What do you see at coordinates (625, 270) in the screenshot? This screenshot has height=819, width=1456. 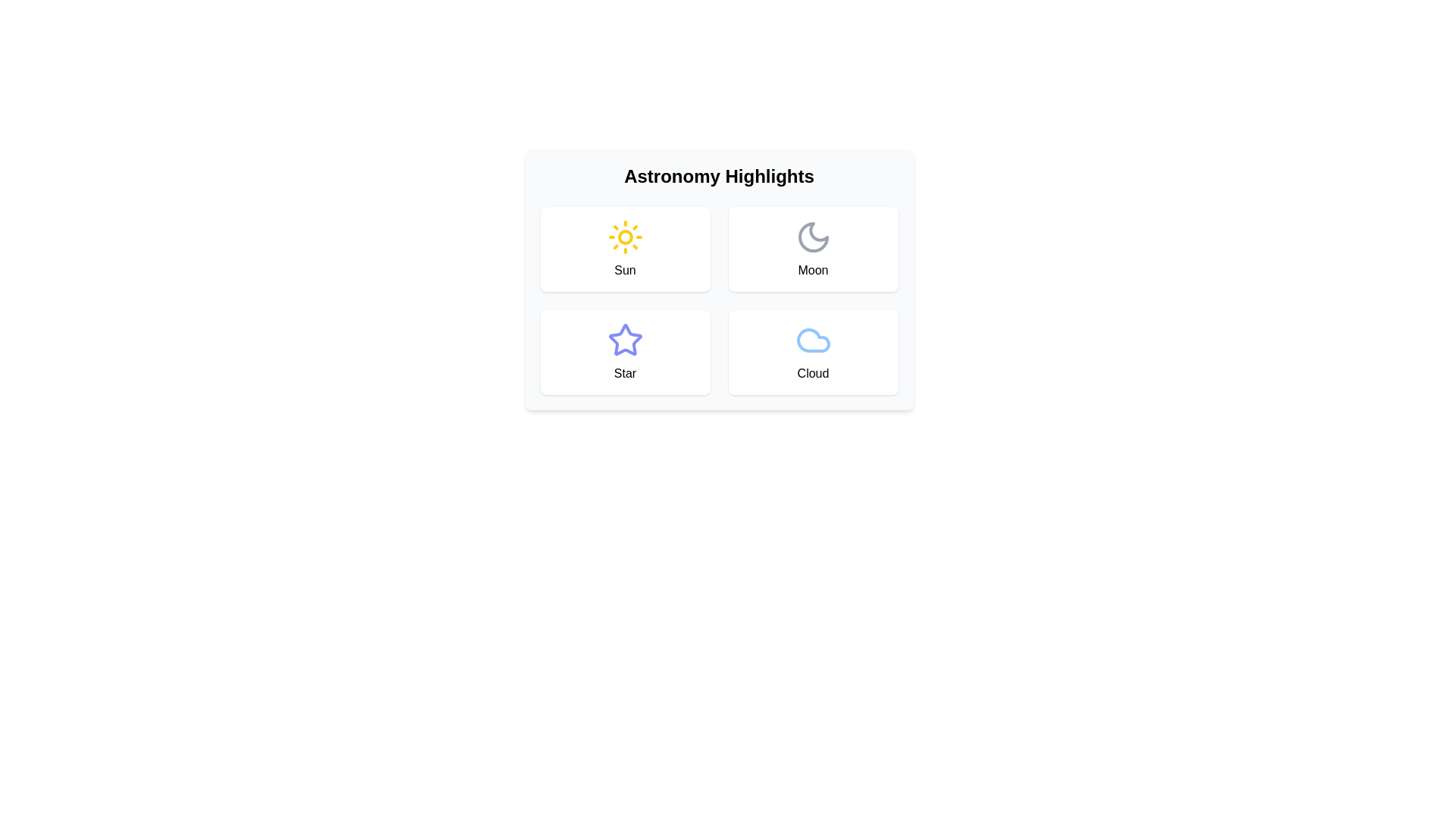 I see `the 'Sun' label text widget, which is displayed in bold and centered below the 'Astronomy Highlights' header, accompanied by a sun icon` at bounding box center [625, 270].